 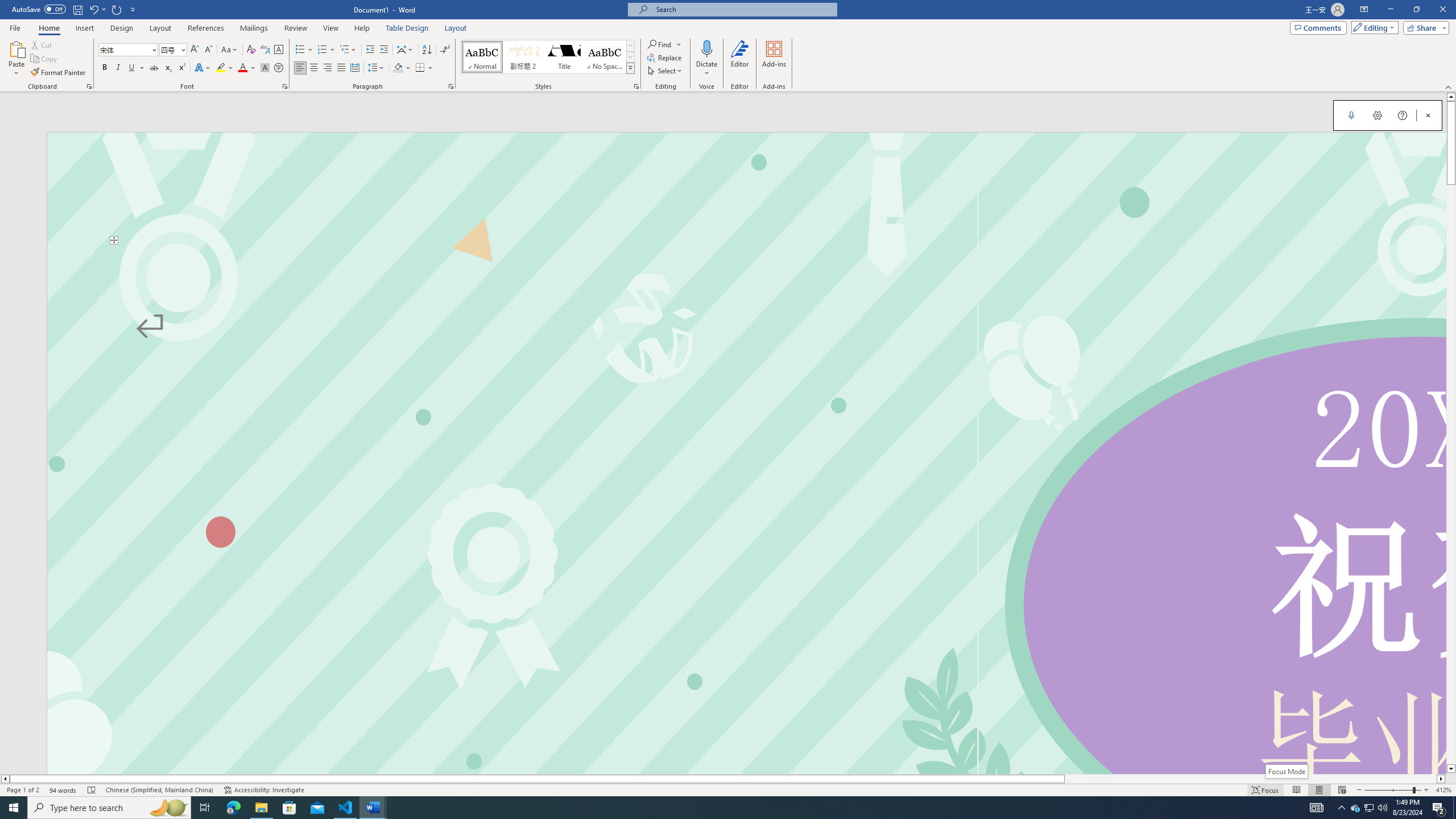 I want to click on 'Font Color Red', so click(x=242, y=67).